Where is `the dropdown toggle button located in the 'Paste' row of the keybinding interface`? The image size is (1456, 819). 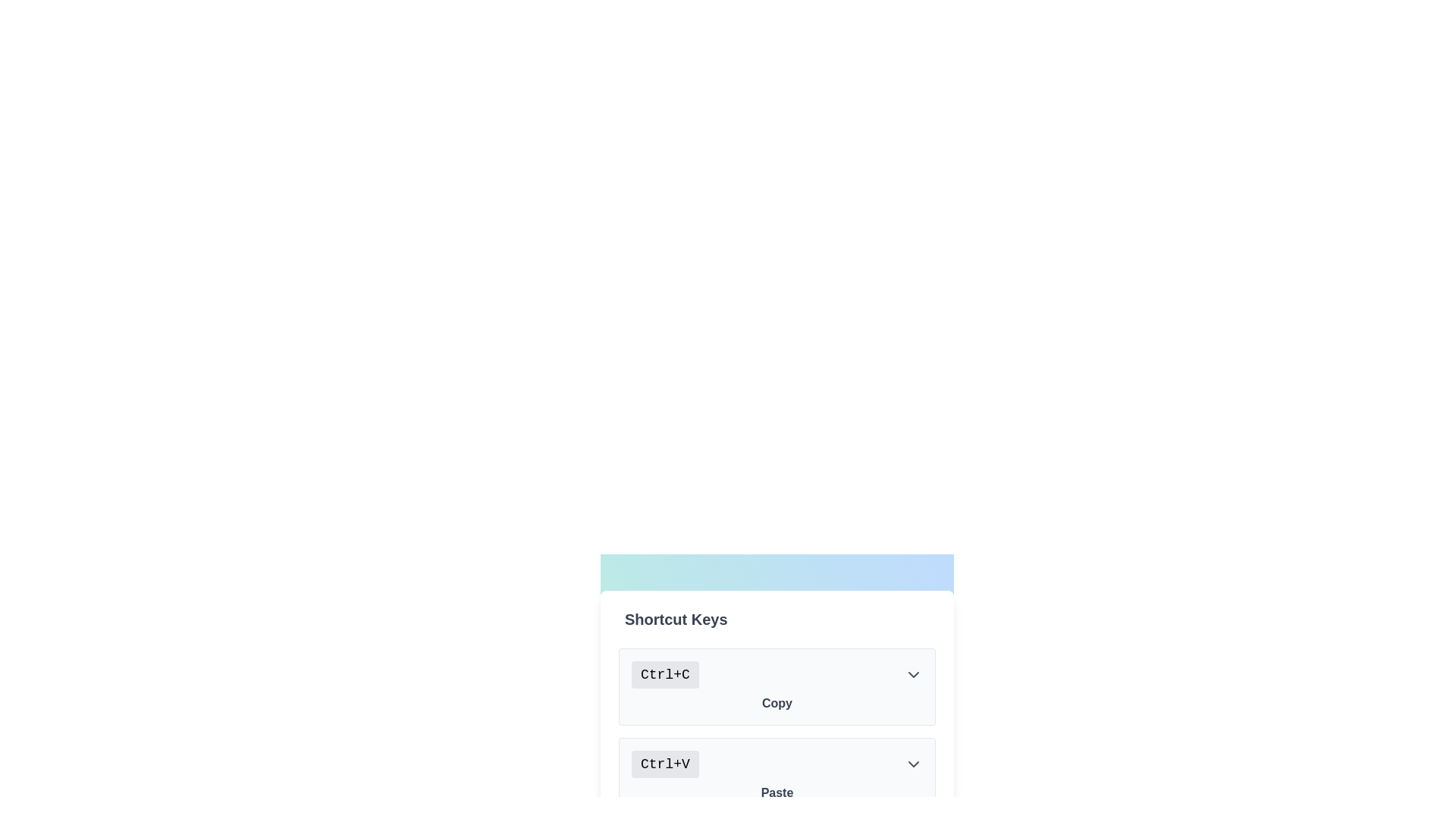
the dropdown toggle button located in the 'Paste' row of the keybinding interface is located at coordinates (912, 764).